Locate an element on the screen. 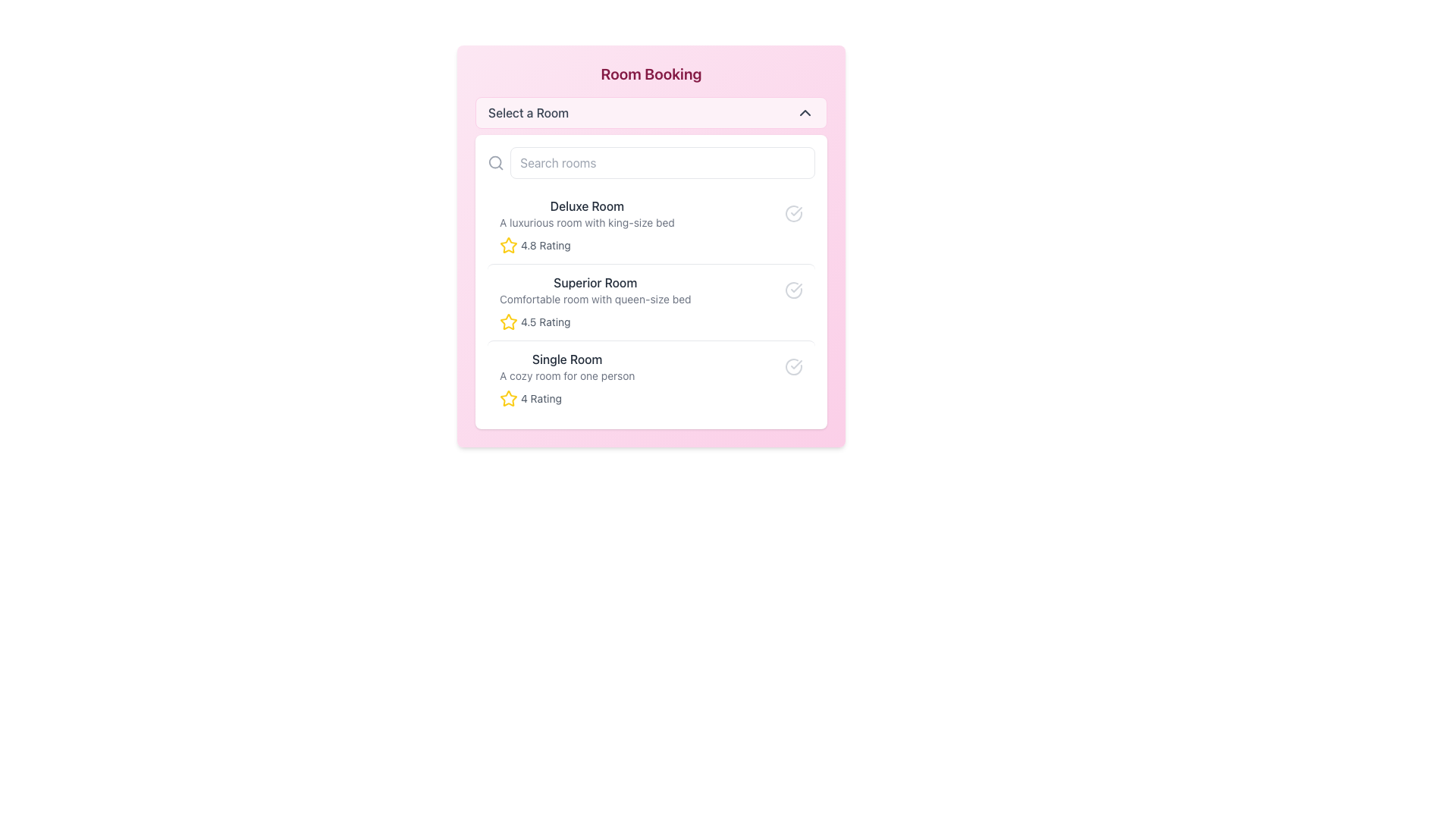  the circular checkmark icon that is light gray and located to the right of the 'Deluxe Room' list item is located at coordinates (792, 213).